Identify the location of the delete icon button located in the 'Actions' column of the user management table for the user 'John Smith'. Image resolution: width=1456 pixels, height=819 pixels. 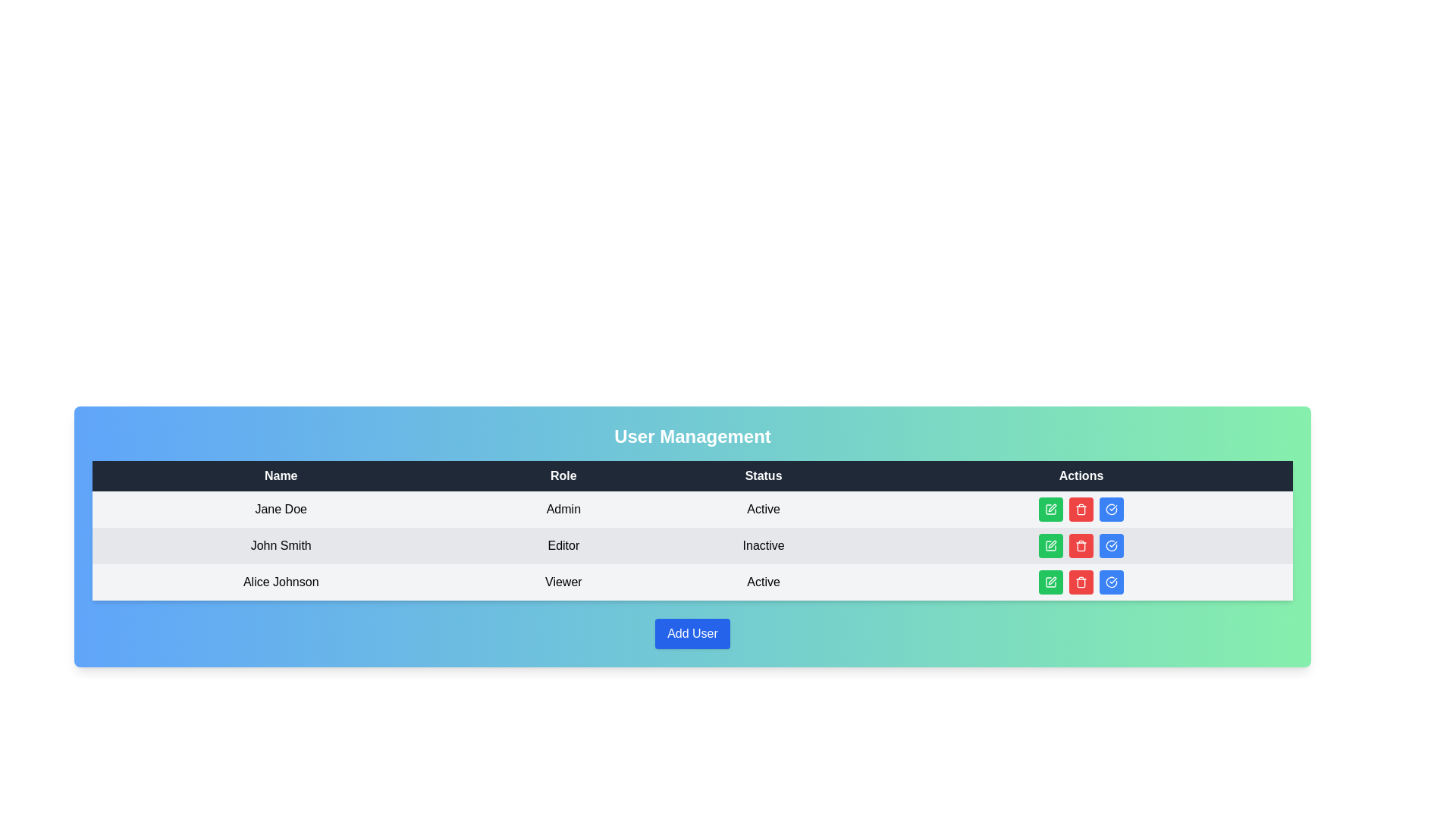
(1080, 581).